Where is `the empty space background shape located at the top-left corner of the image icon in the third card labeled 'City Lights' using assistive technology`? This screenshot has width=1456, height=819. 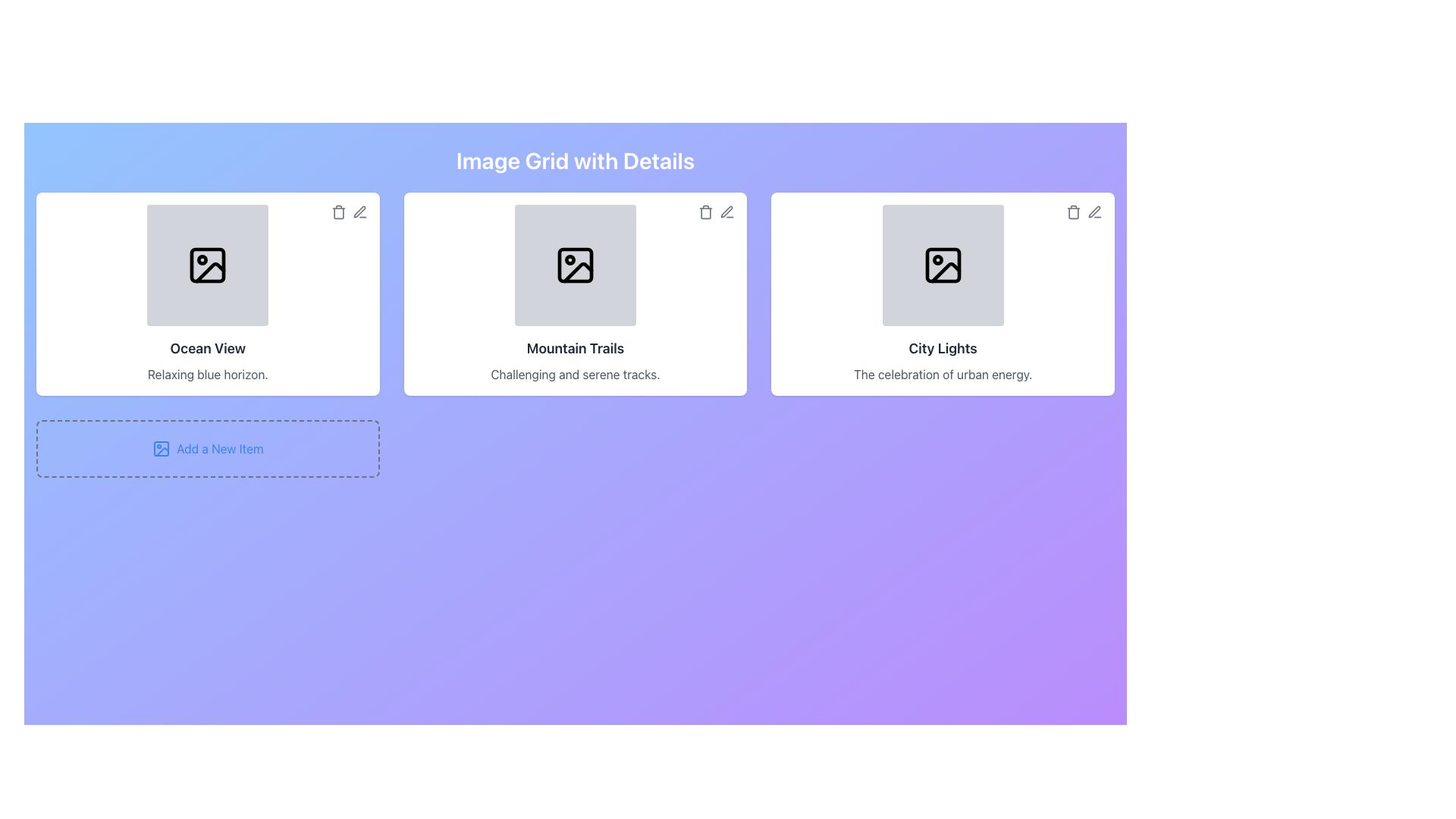
the empty space background shape located at the top-left corner of the image icon in the third card labeled 'City Lights' using assistive technology is located at coordinates (942, 265).